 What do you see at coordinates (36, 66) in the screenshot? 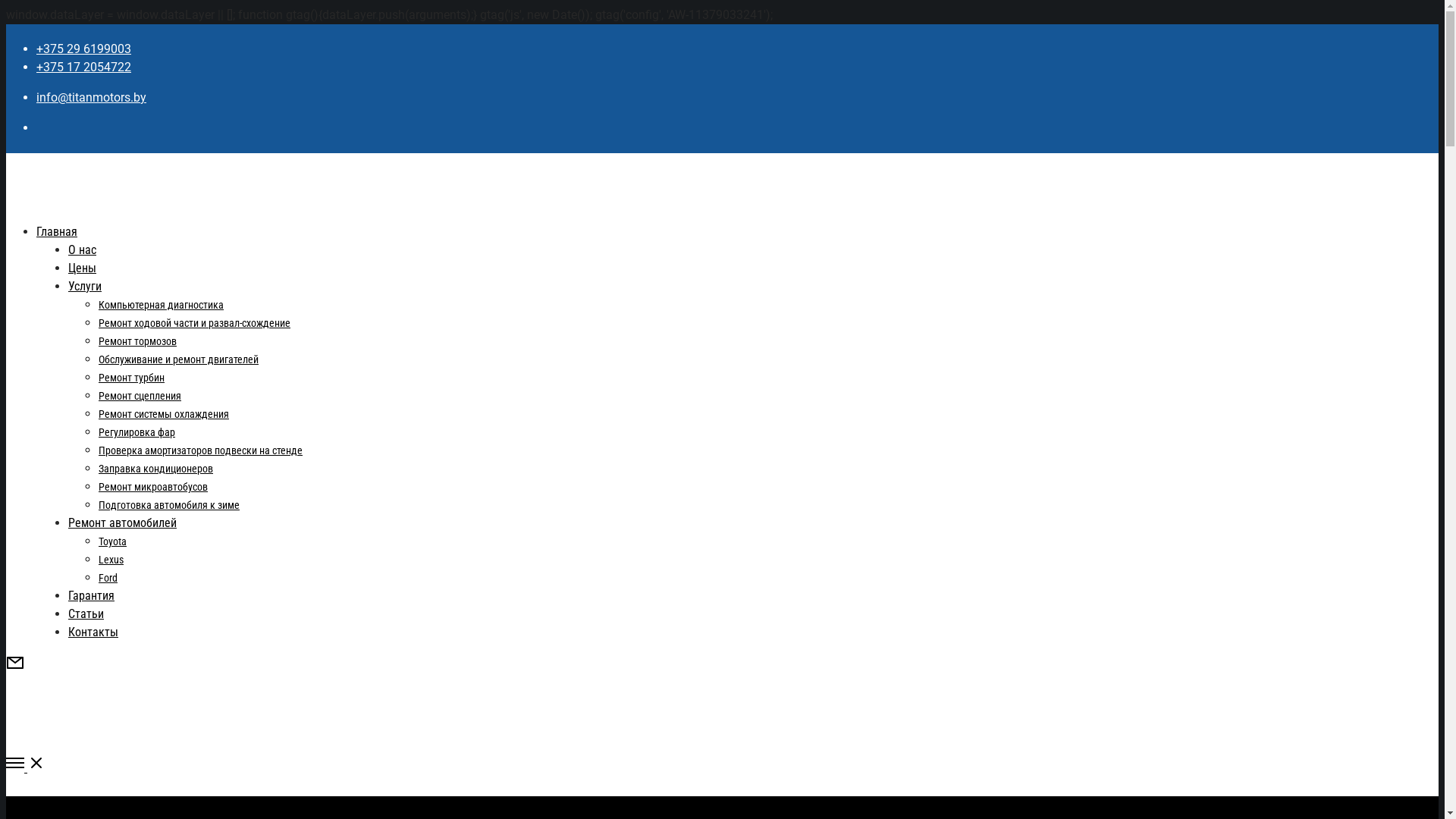
I see `'+375 17 2054722'` at bounding box center [36, 66].